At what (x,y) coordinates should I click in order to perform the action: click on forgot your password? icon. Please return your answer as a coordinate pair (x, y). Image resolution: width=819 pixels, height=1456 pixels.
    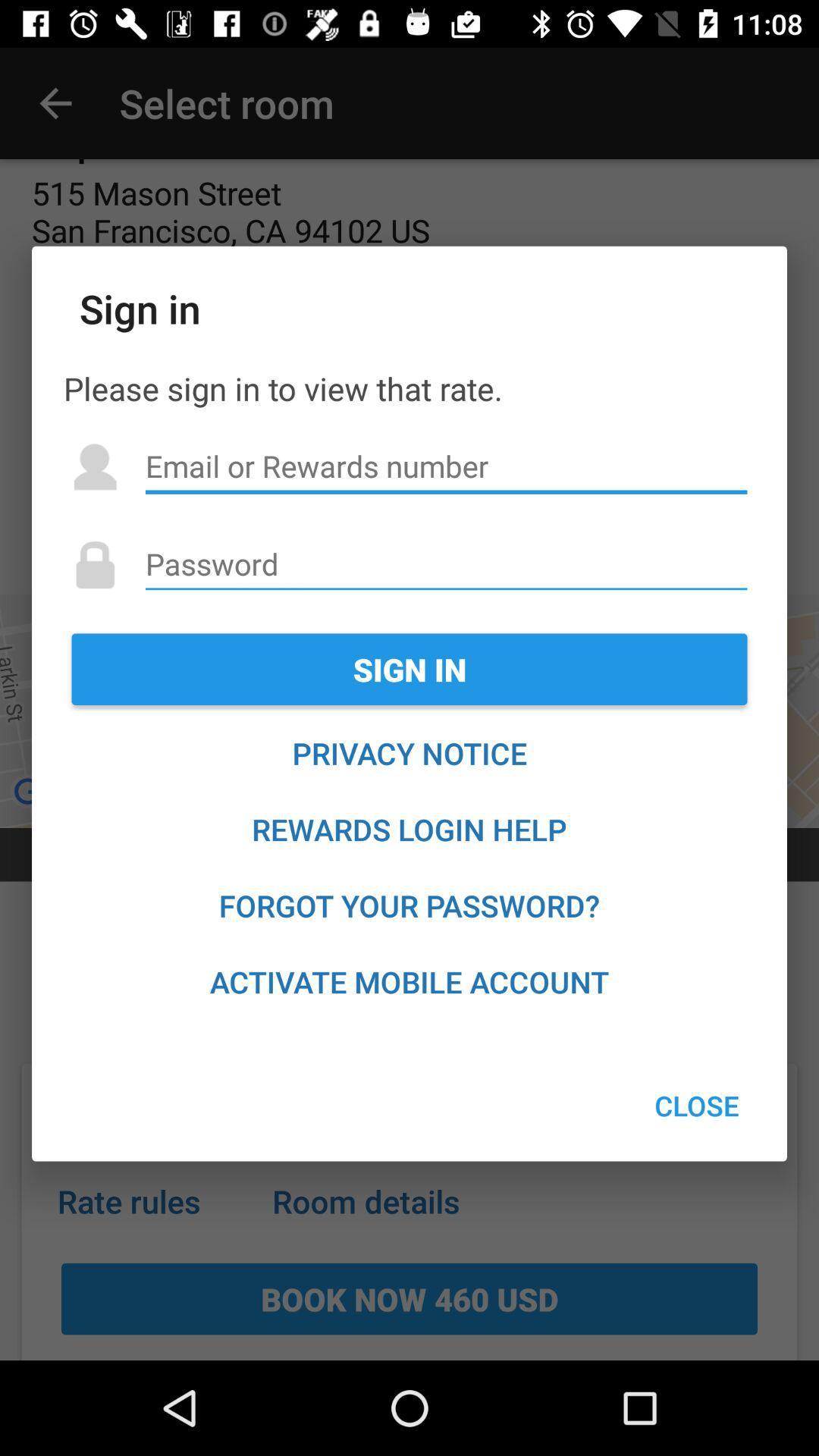
    Looking at the image, I should click on (409, 905).